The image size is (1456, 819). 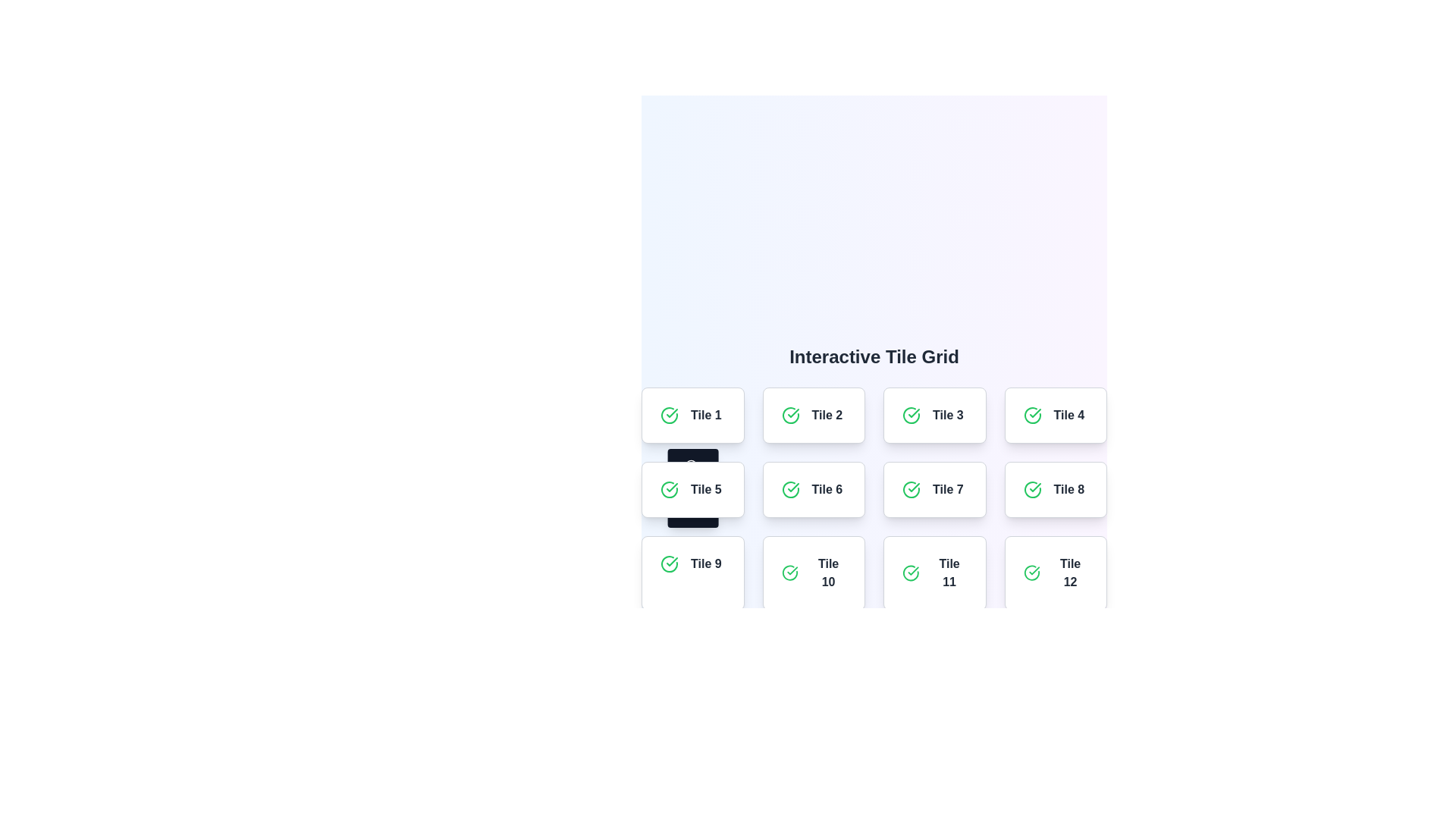 What do you see at coordinates (690, 464) in the screenshot?
I see `'info' icon element, which is a small circular outline with an 'i' in the center, located to the left of the text 'Details about Tile 1' in the tooltip above 'Tile 5'` at bounding box center [690, 464].